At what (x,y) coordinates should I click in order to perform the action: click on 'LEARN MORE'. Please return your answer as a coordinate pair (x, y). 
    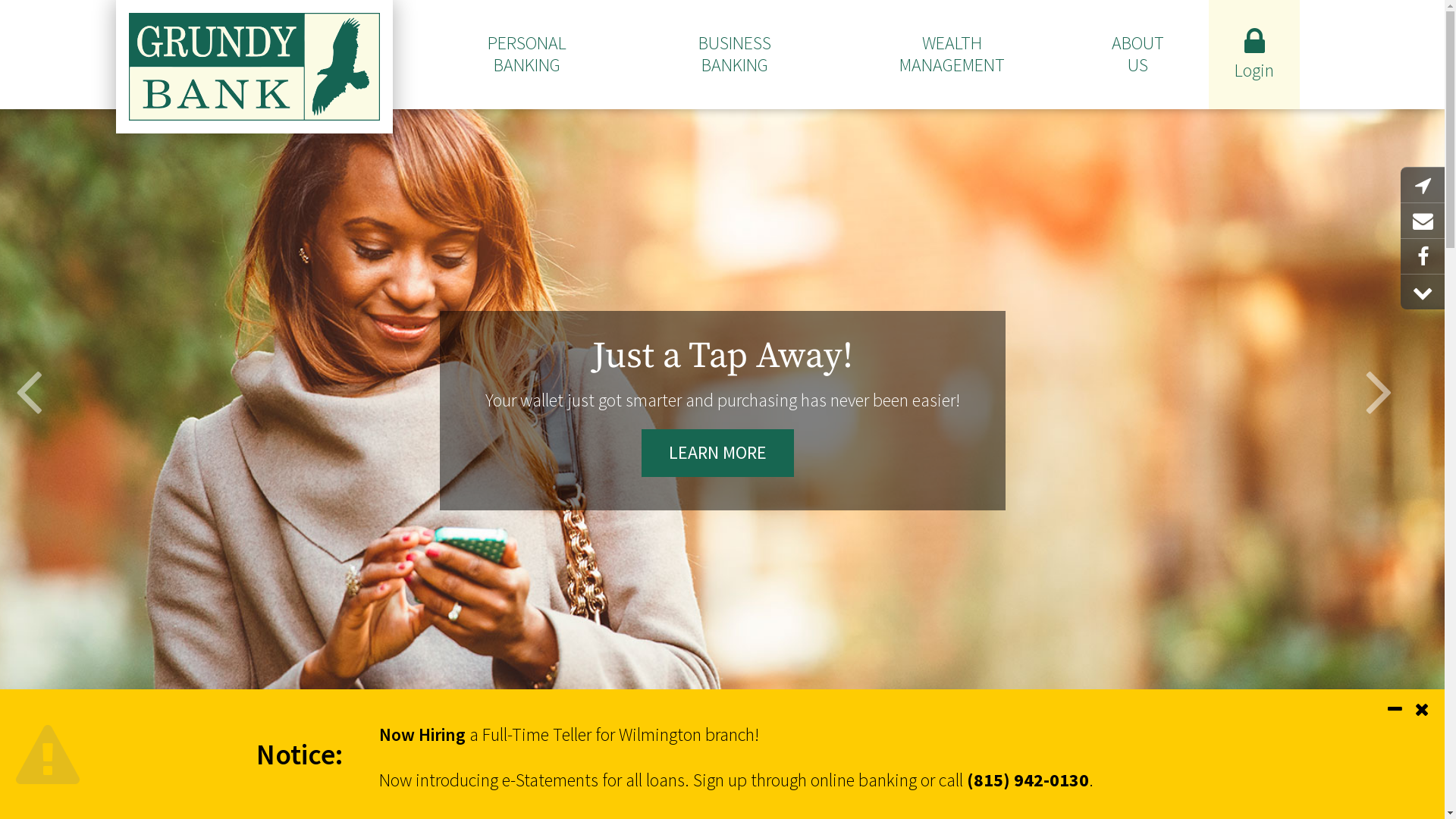
    Looking at the image, I should click on (717, 452).